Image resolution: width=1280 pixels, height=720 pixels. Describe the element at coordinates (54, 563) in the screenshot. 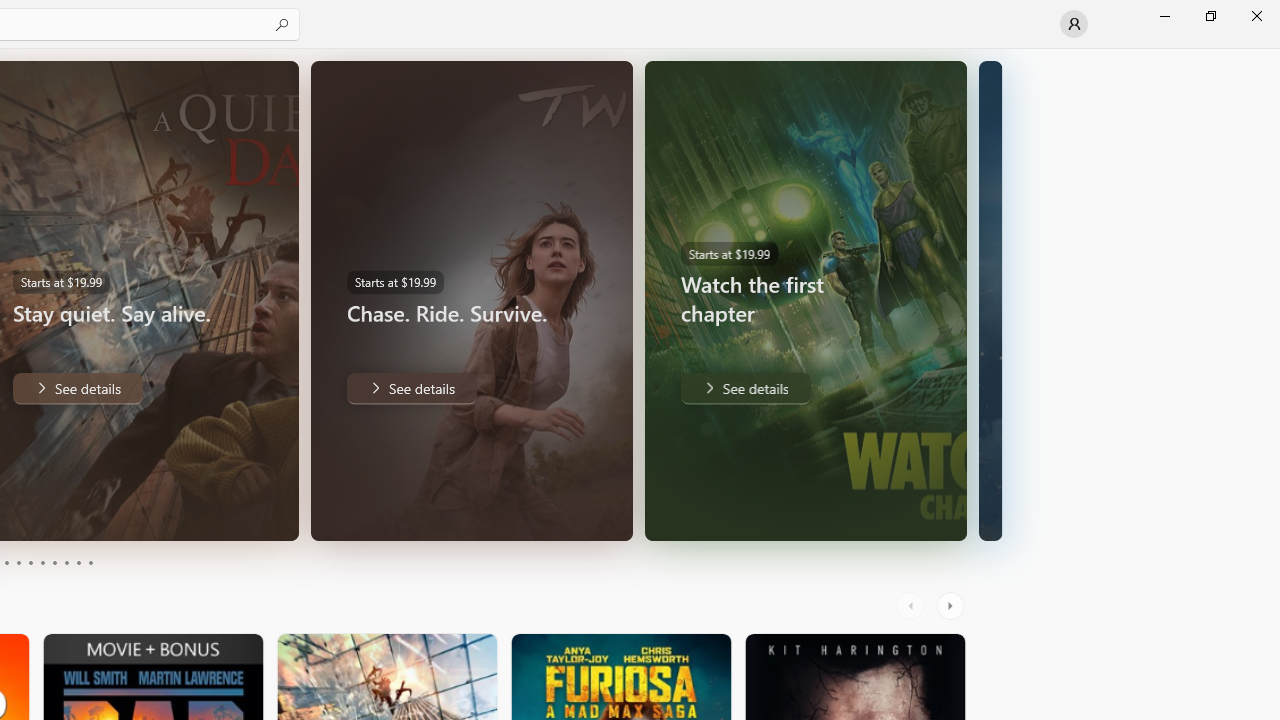

I see `'Page 7'` at that location.